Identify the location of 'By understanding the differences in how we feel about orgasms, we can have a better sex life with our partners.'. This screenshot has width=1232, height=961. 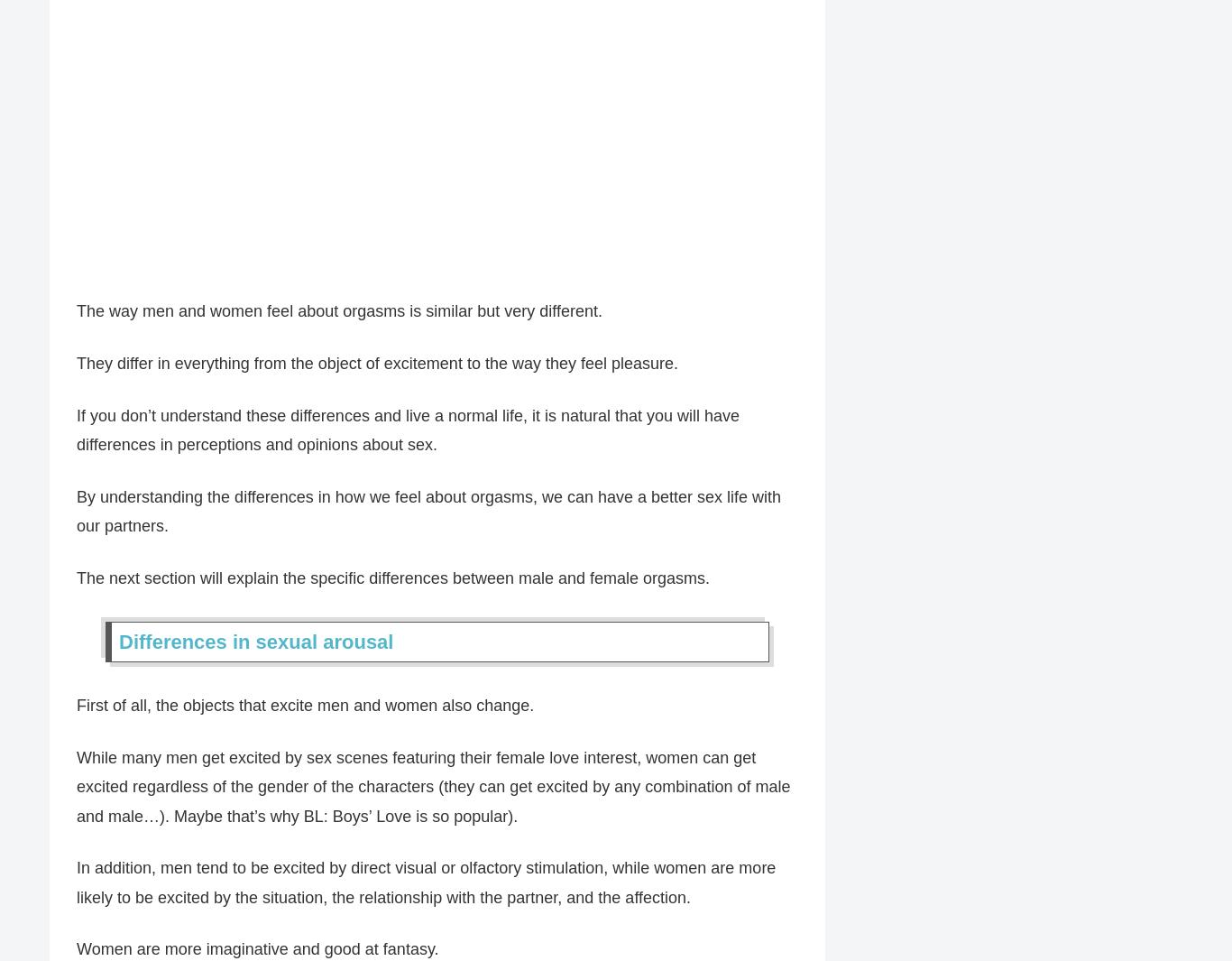
(428, 512).